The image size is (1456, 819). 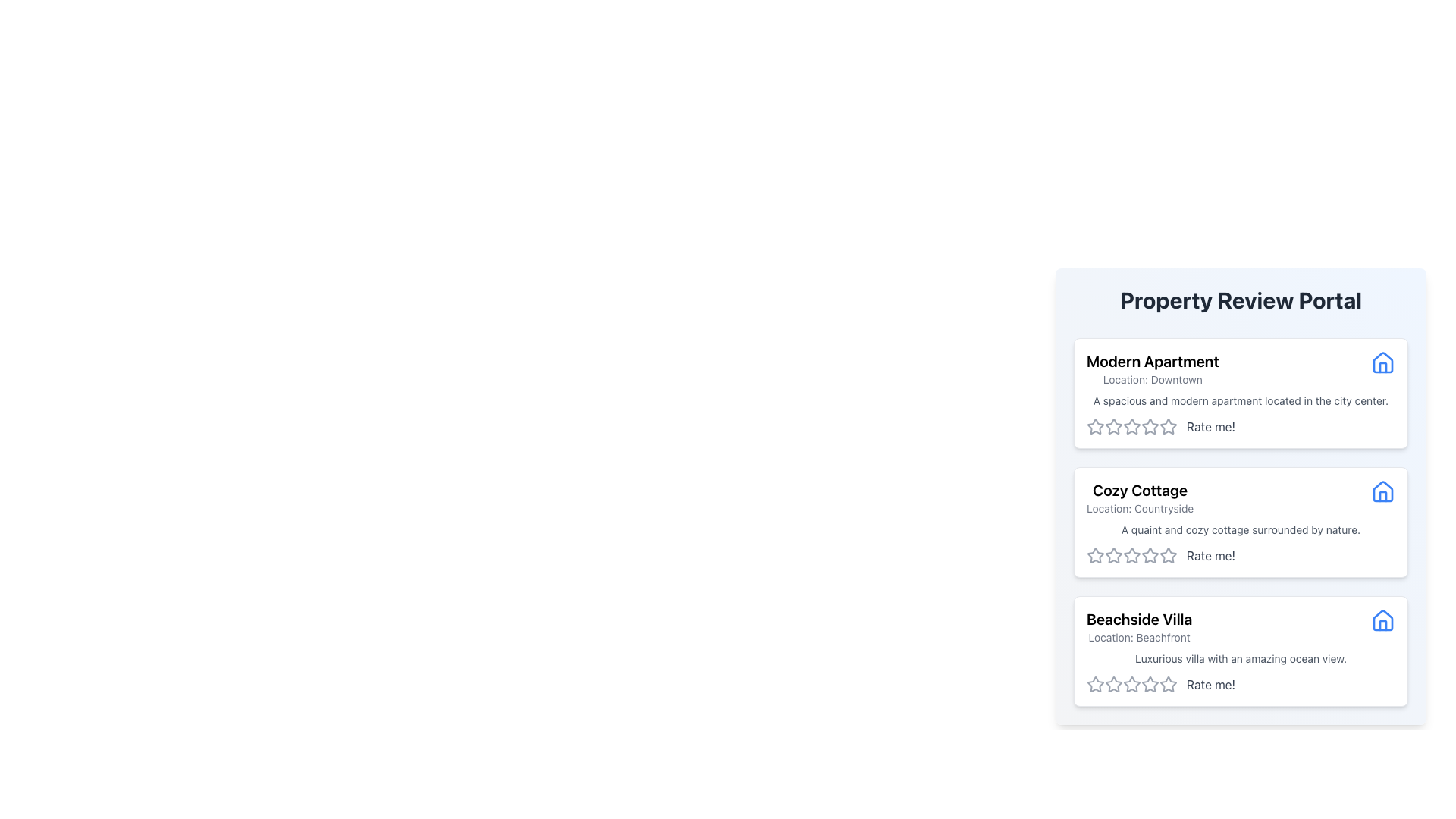 What do you see at coordinates (1167, 555) in the screenshot?
I see `the fourth rating star in the sequence of five stars below the 'Cozy Cottage' text to indicate a rating` at bounding box center [1167, 555].